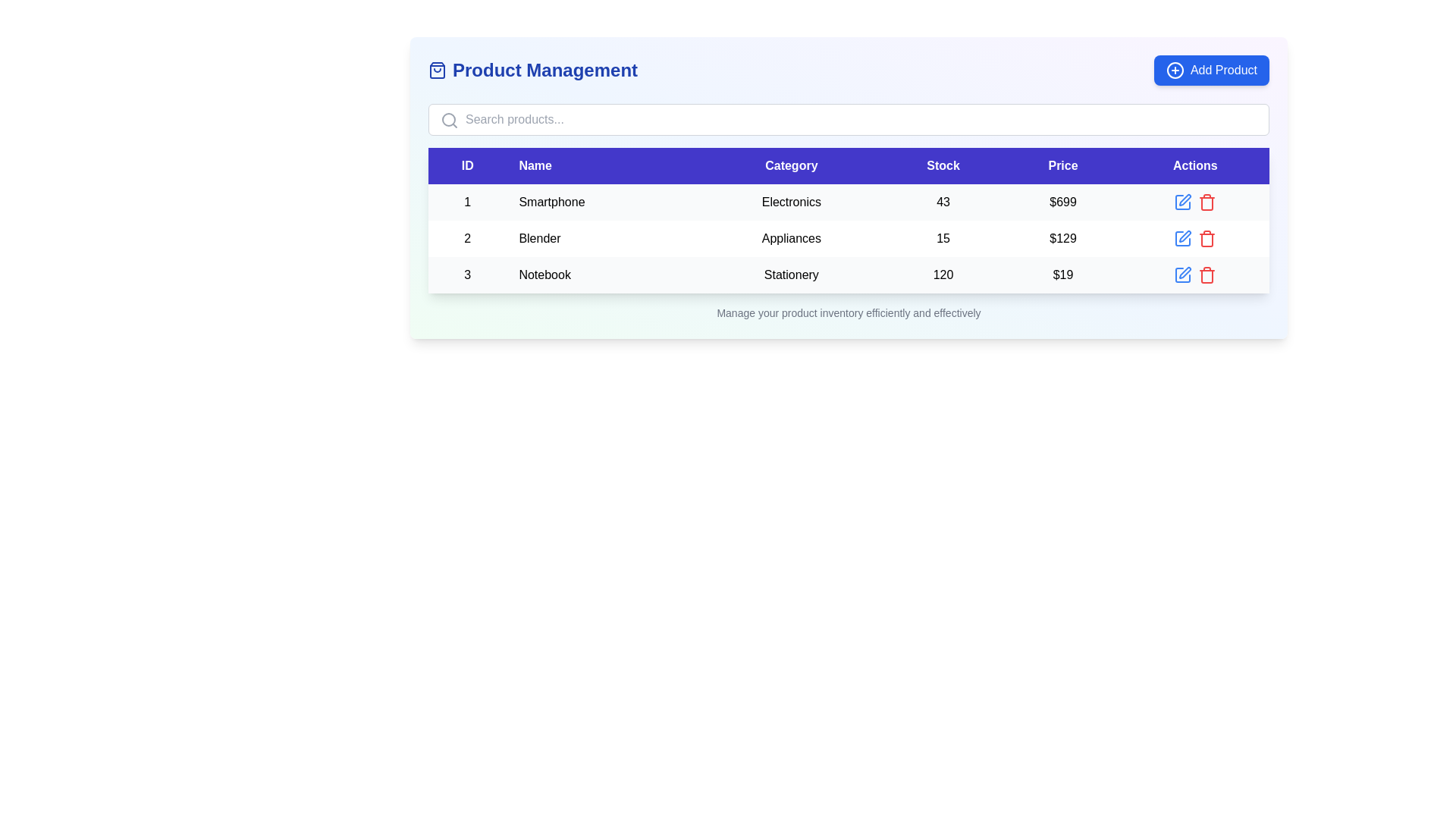 This screenshot has width=1456, height=819. What do you see at coordinates (1211, 70) in the screenshot?
I see `the 'Add Product' button` at bounding box center [1211, 70].